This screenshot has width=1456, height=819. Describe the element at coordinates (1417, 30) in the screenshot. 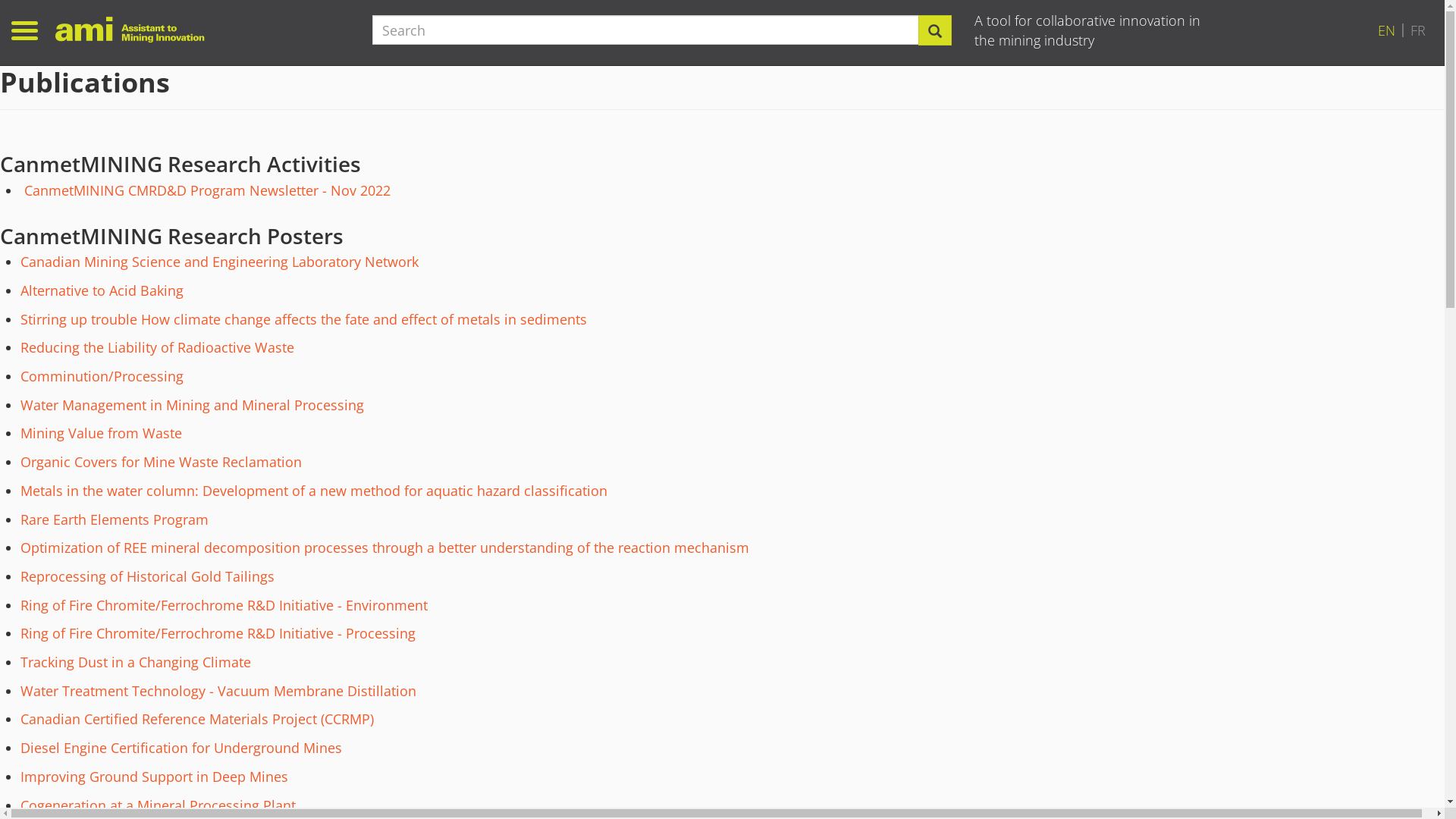

I see `'FR'` at that location.